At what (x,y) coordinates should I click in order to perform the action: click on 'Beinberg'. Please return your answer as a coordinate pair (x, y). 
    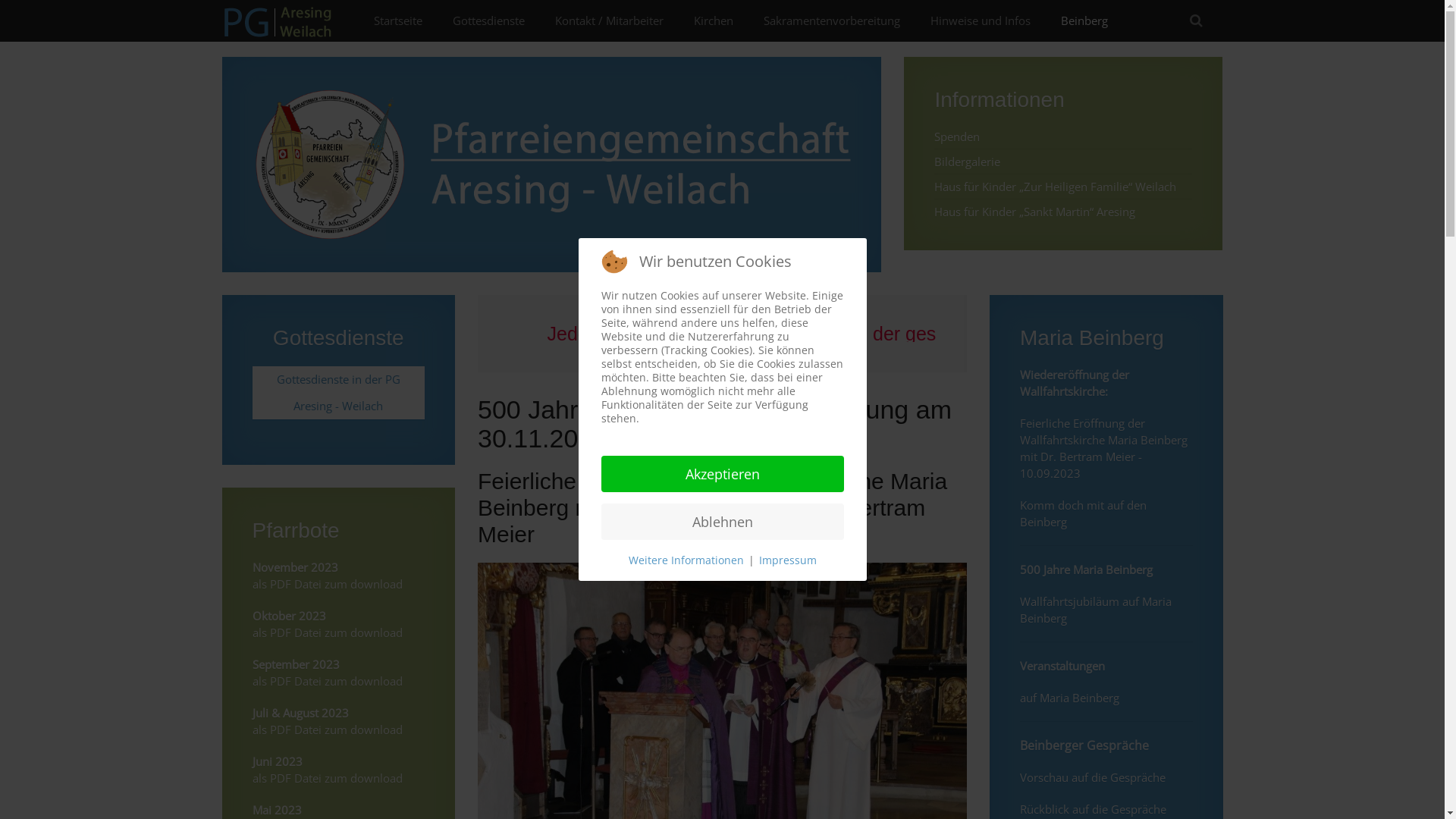
    Looking at the image, I should click on (1083, 20).